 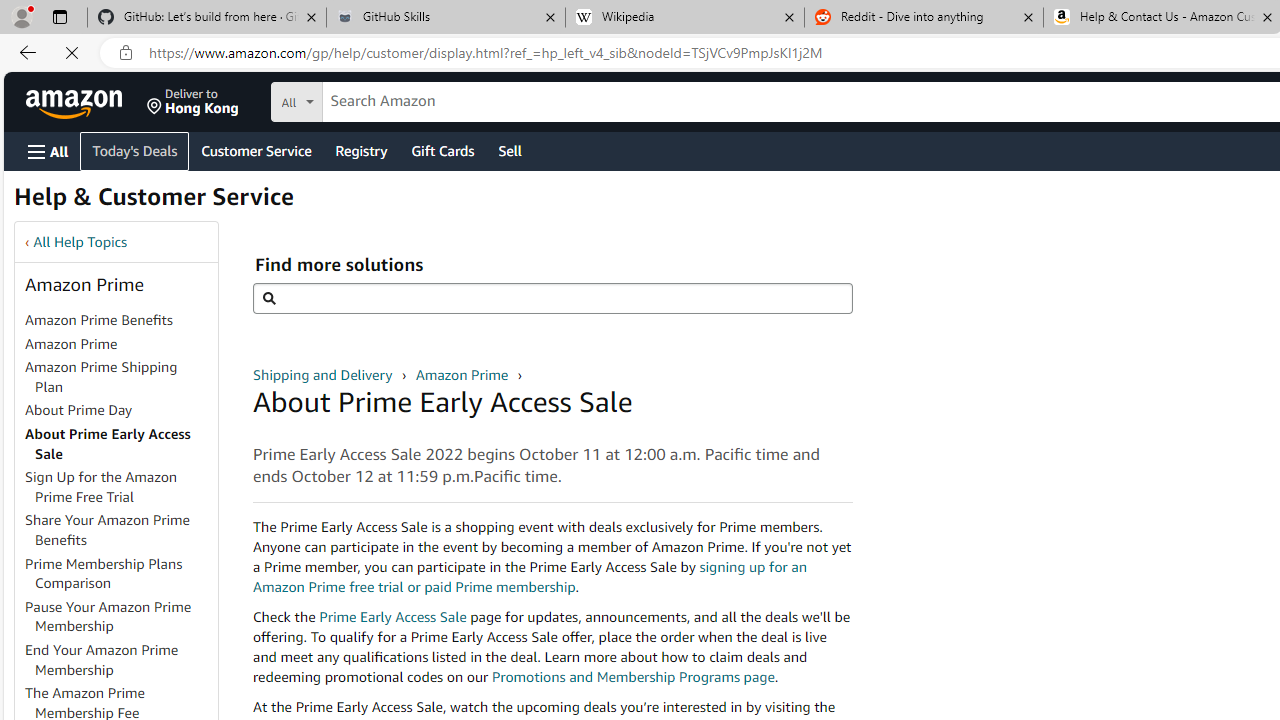 What do you see at coordinates (510, 149) in the screenshot?
I see `'Sell'` at bounding box center [510, 149].